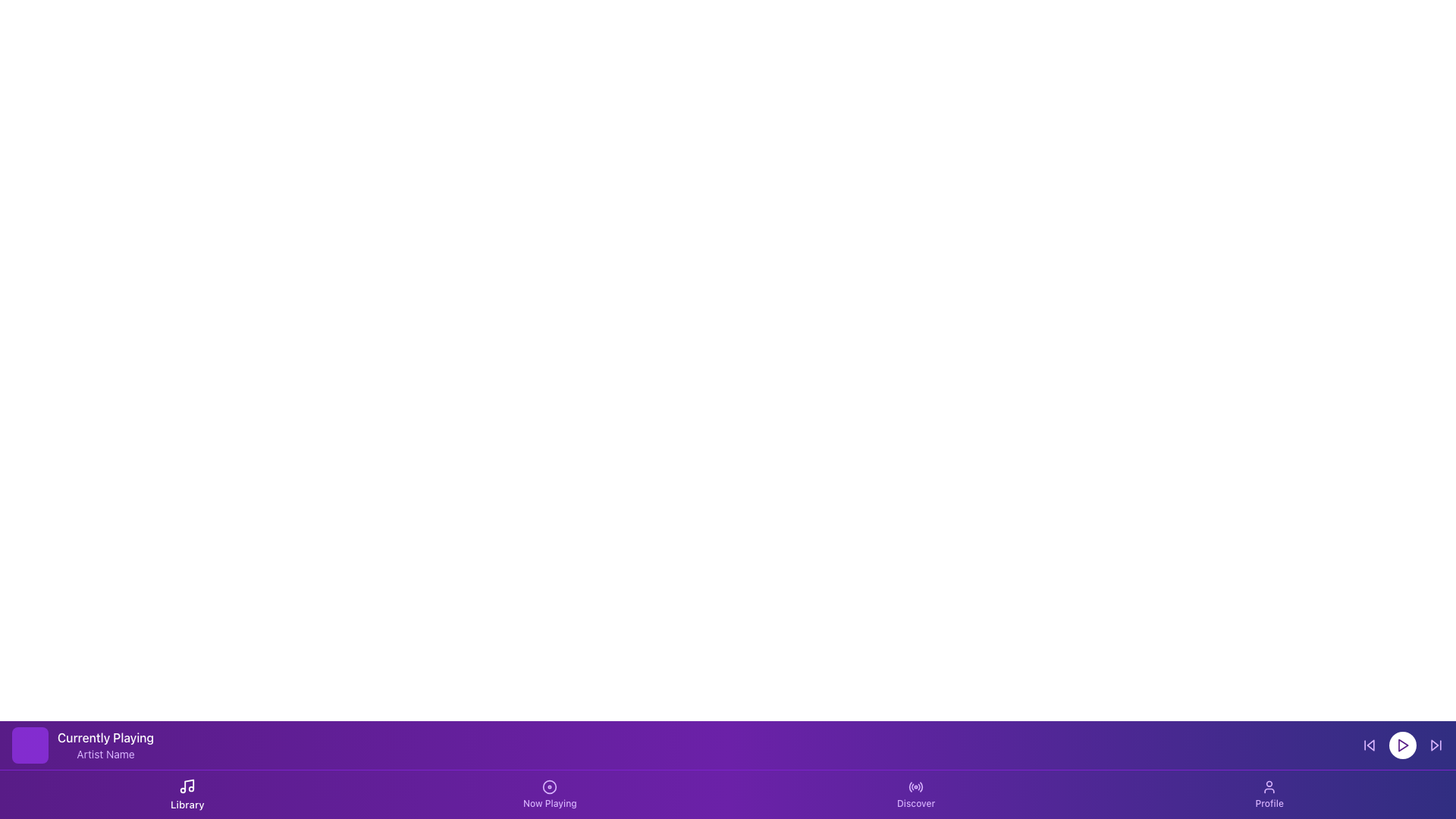  Describe the element at coordinates (549, 786) in the screenshot. I see `the center of the Circular icon representing the 'Now Playing' section in the navigation bar` at that location.